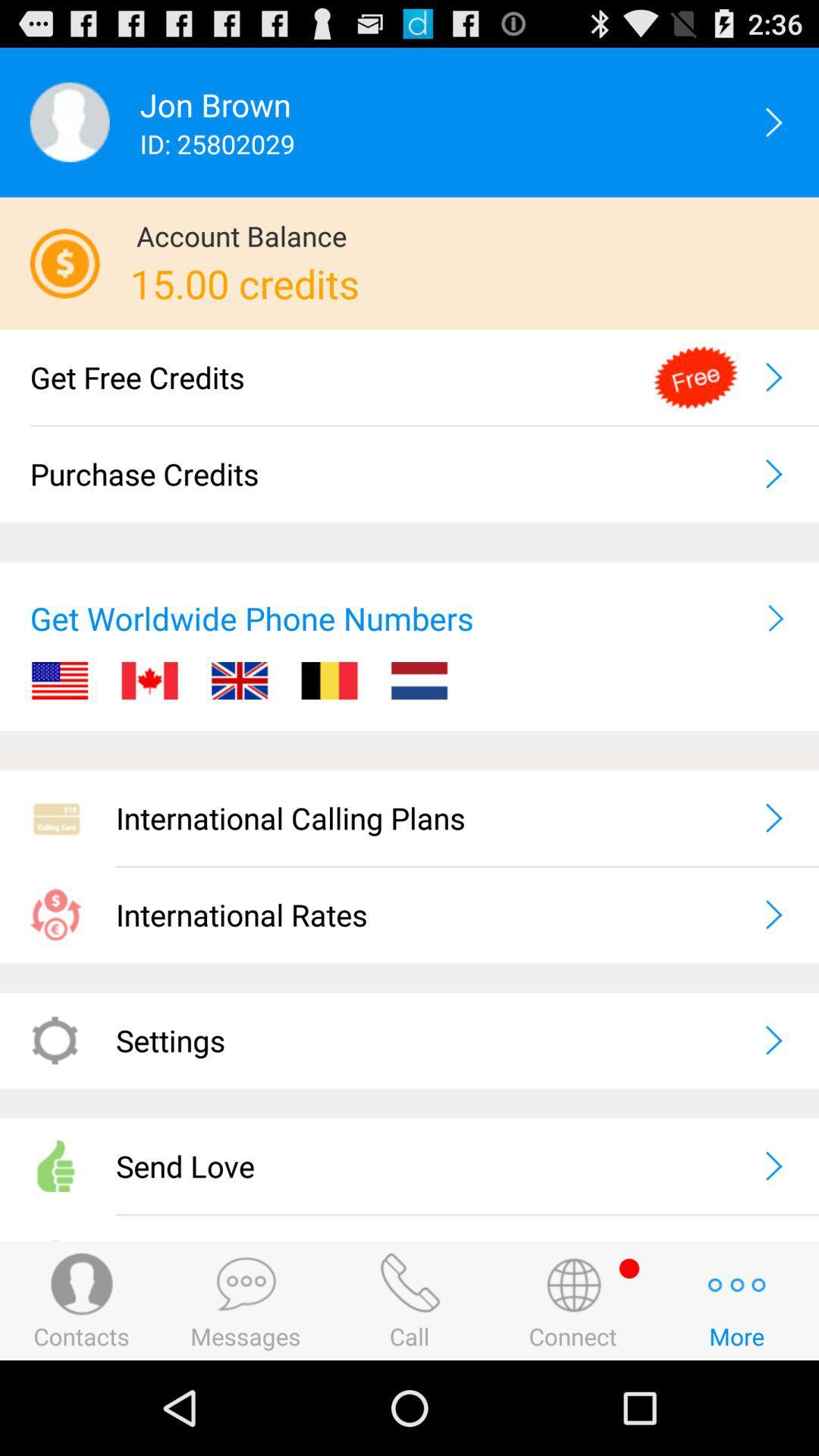 The image size is (819, 1456). I want to click on the avatar icon, so click(70, 130).